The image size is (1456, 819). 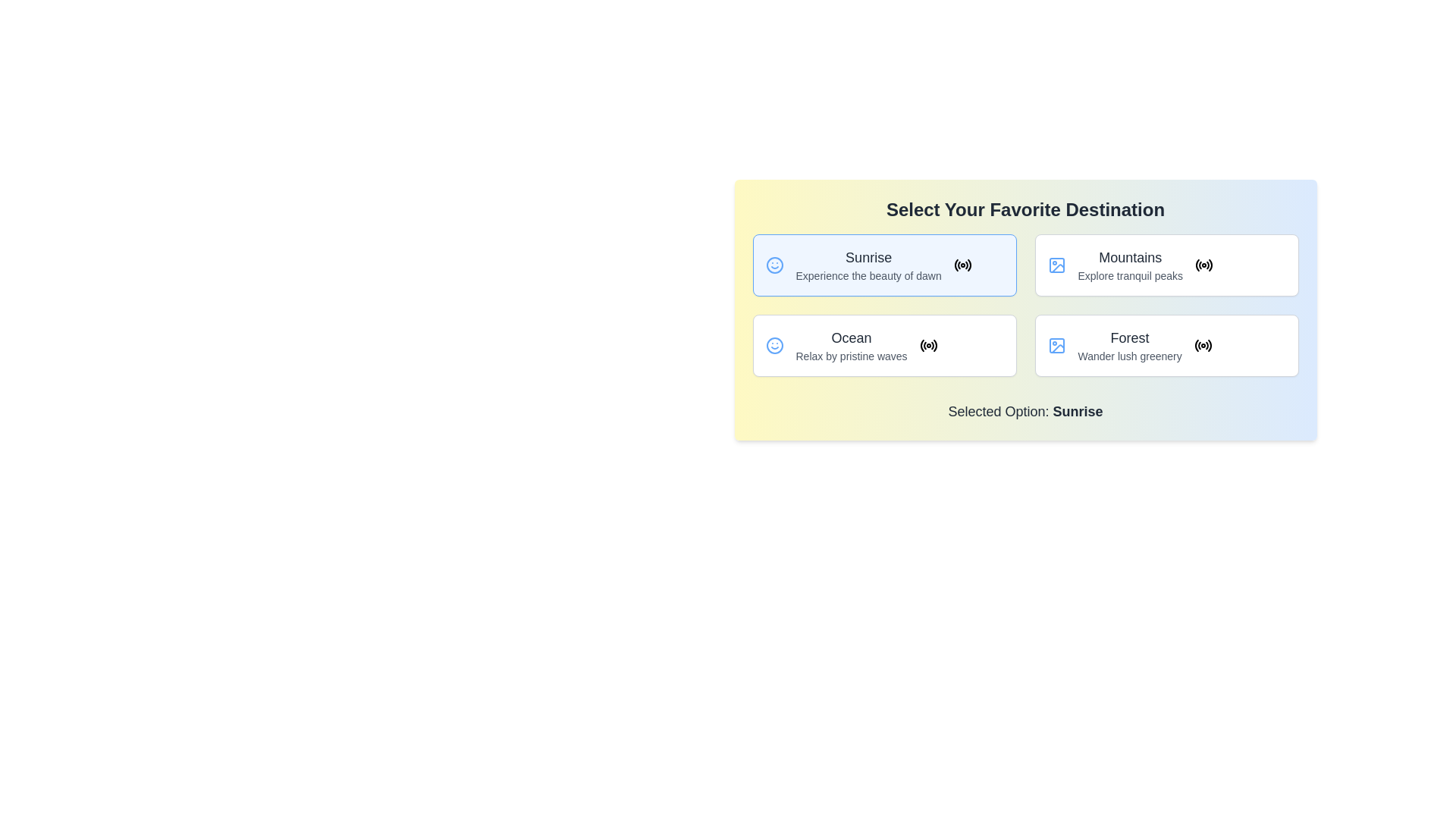 I want to click on the 'Sunrise' text label, which is styled in a large font size and dark gray color, positioned at the top of its card above the description within a blue-bordered card, so click(x=868, y=256).